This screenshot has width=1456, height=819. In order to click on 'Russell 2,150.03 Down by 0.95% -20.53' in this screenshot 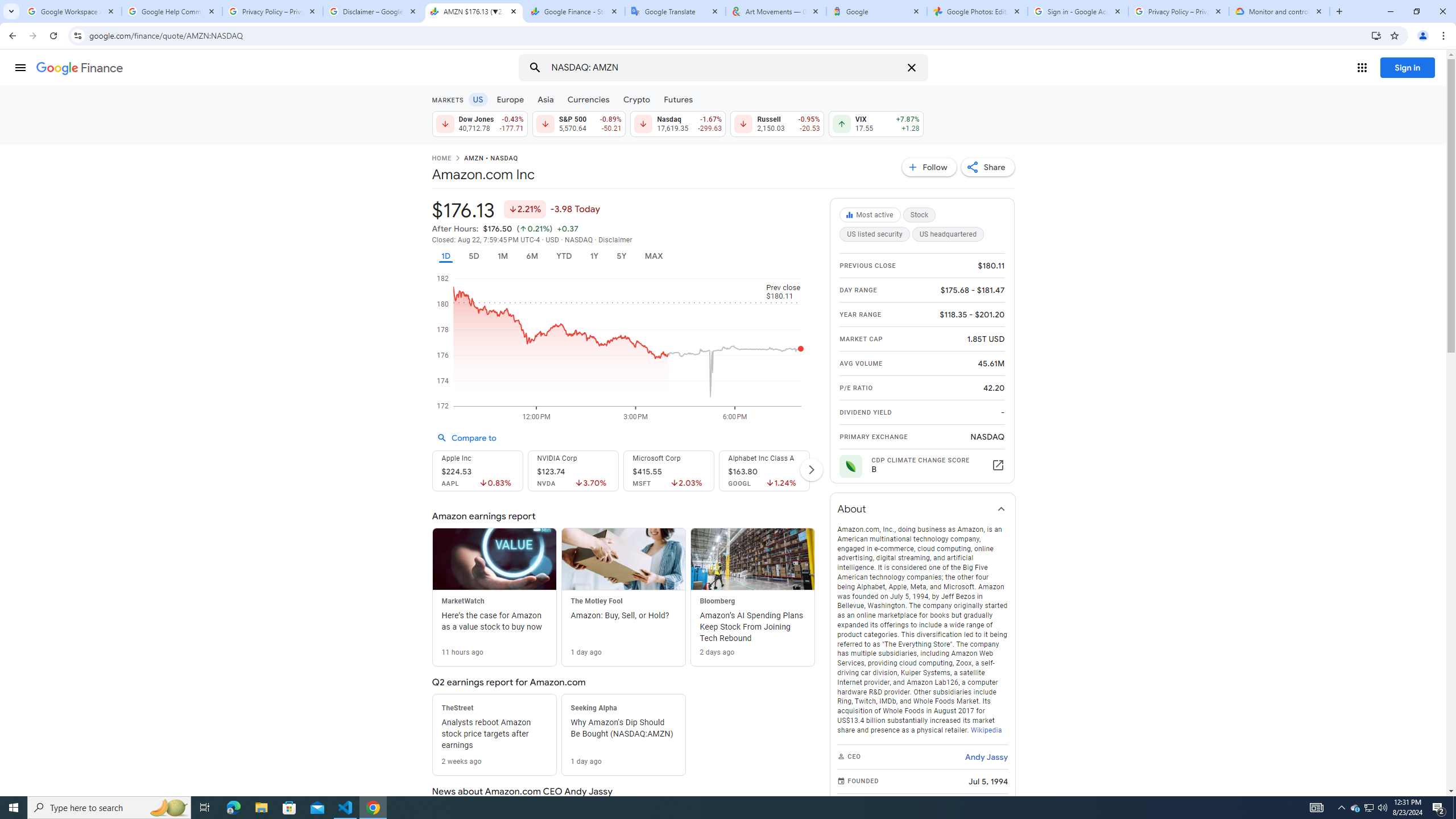, I will do `click(777, 123)`.